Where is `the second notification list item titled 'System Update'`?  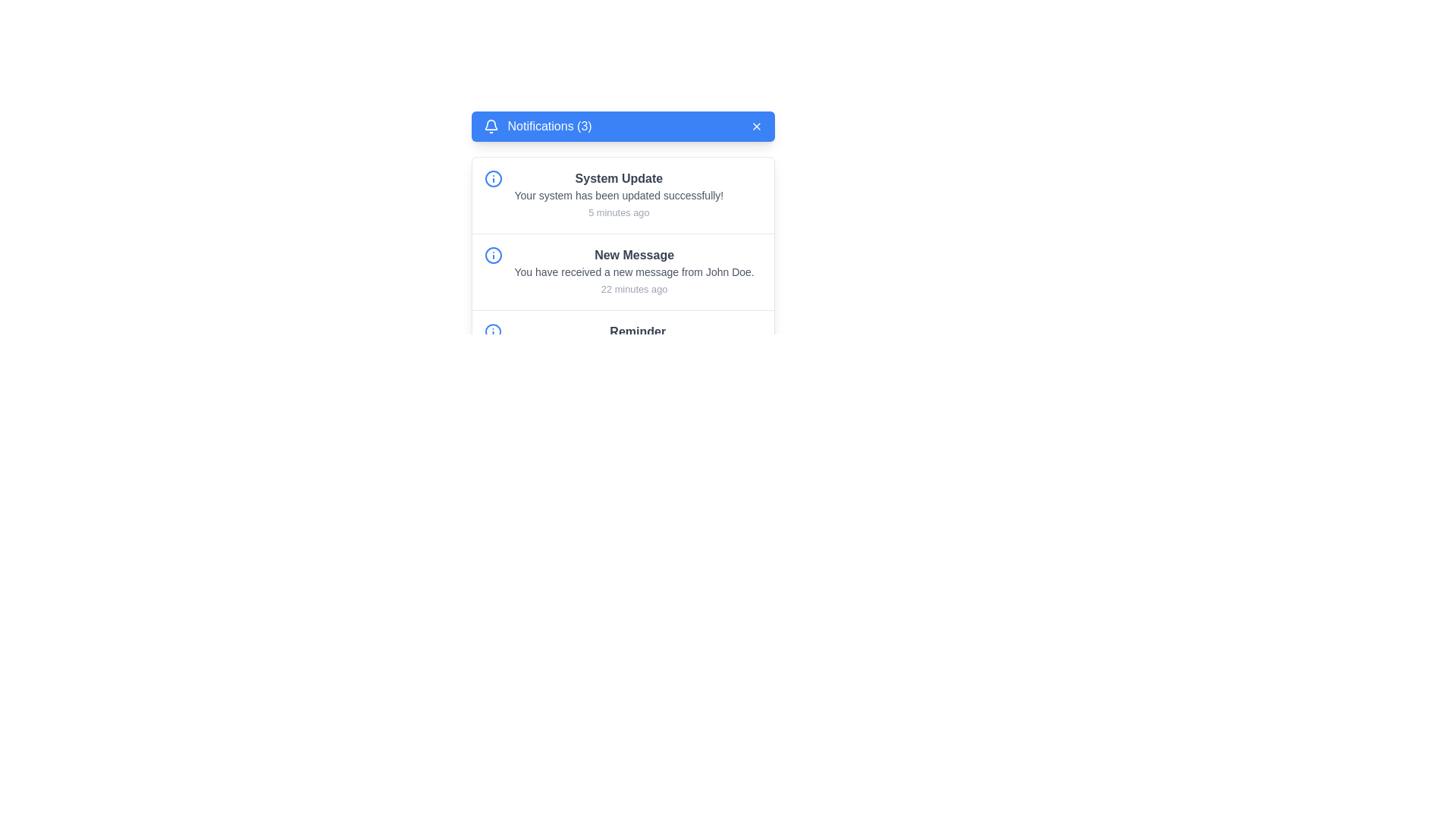 the second notification list item titled 'System Update' is located at coordinates (619, 195).